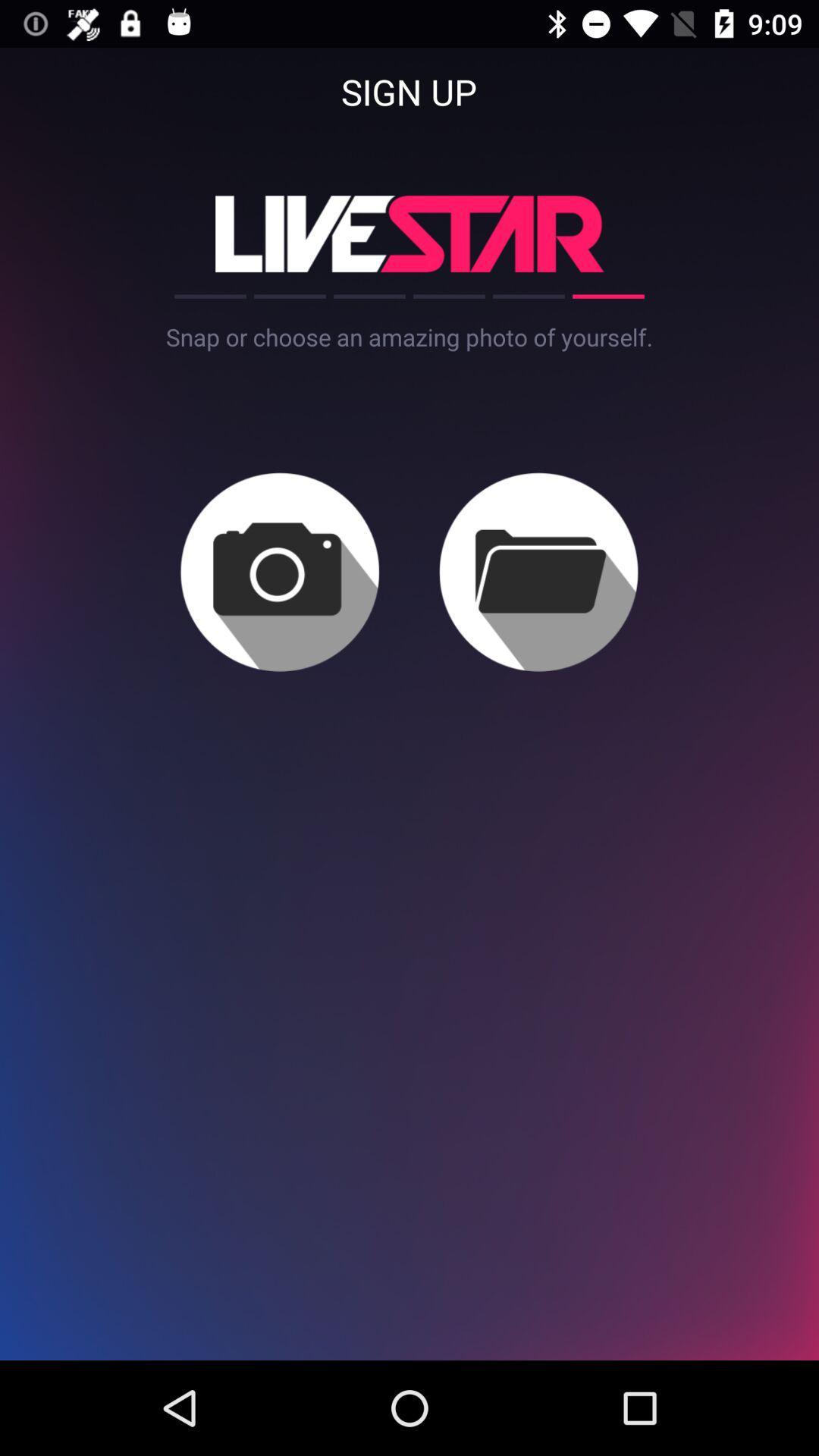 The image size is (819, 1456). What do you see at coordinates (280, 571) in the screenshot?
I see `icon below the snap or choose item` at bounding box center [280, 571].